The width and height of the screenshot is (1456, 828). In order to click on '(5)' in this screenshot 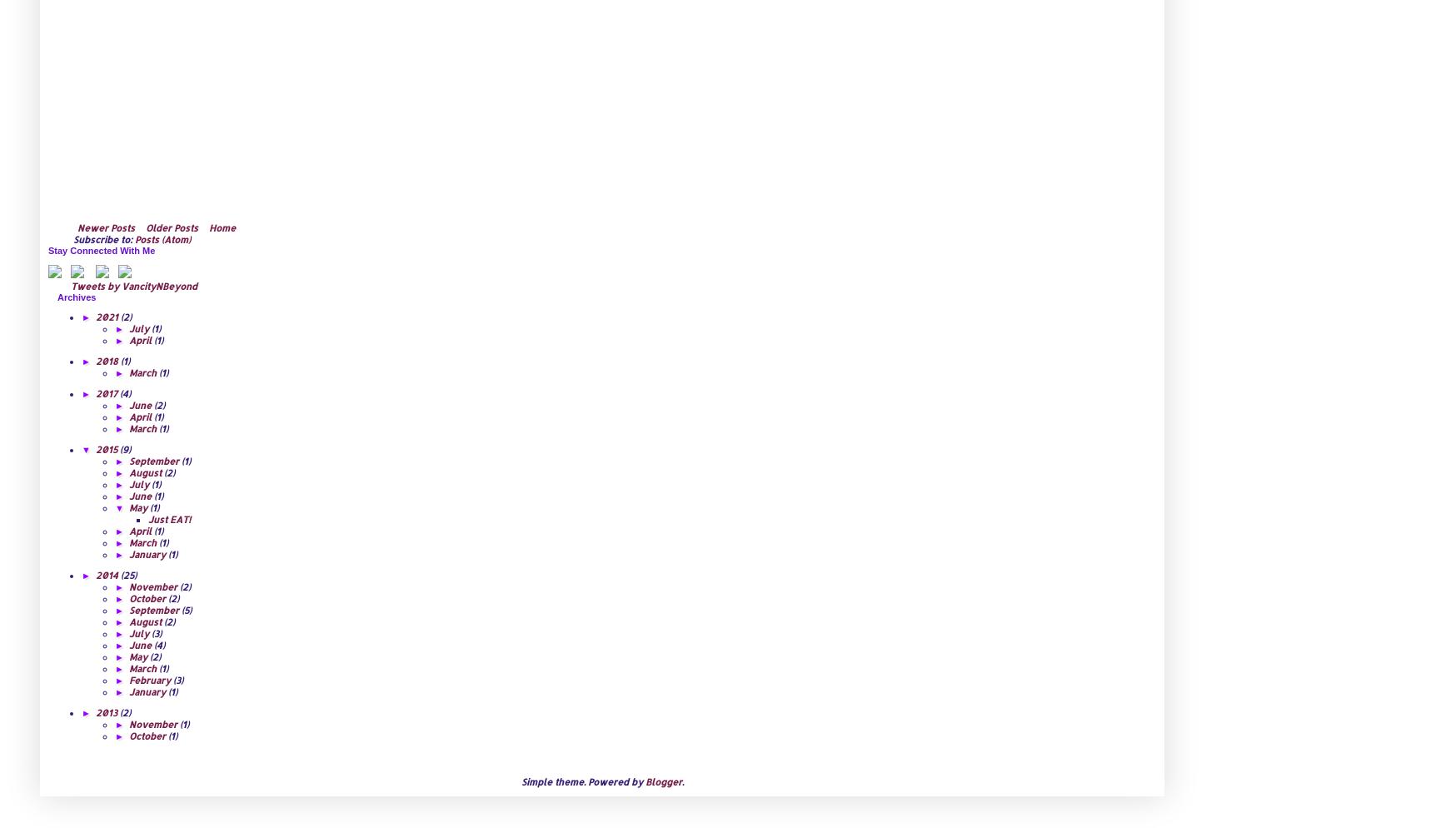, I will do `click(186, 609)`.